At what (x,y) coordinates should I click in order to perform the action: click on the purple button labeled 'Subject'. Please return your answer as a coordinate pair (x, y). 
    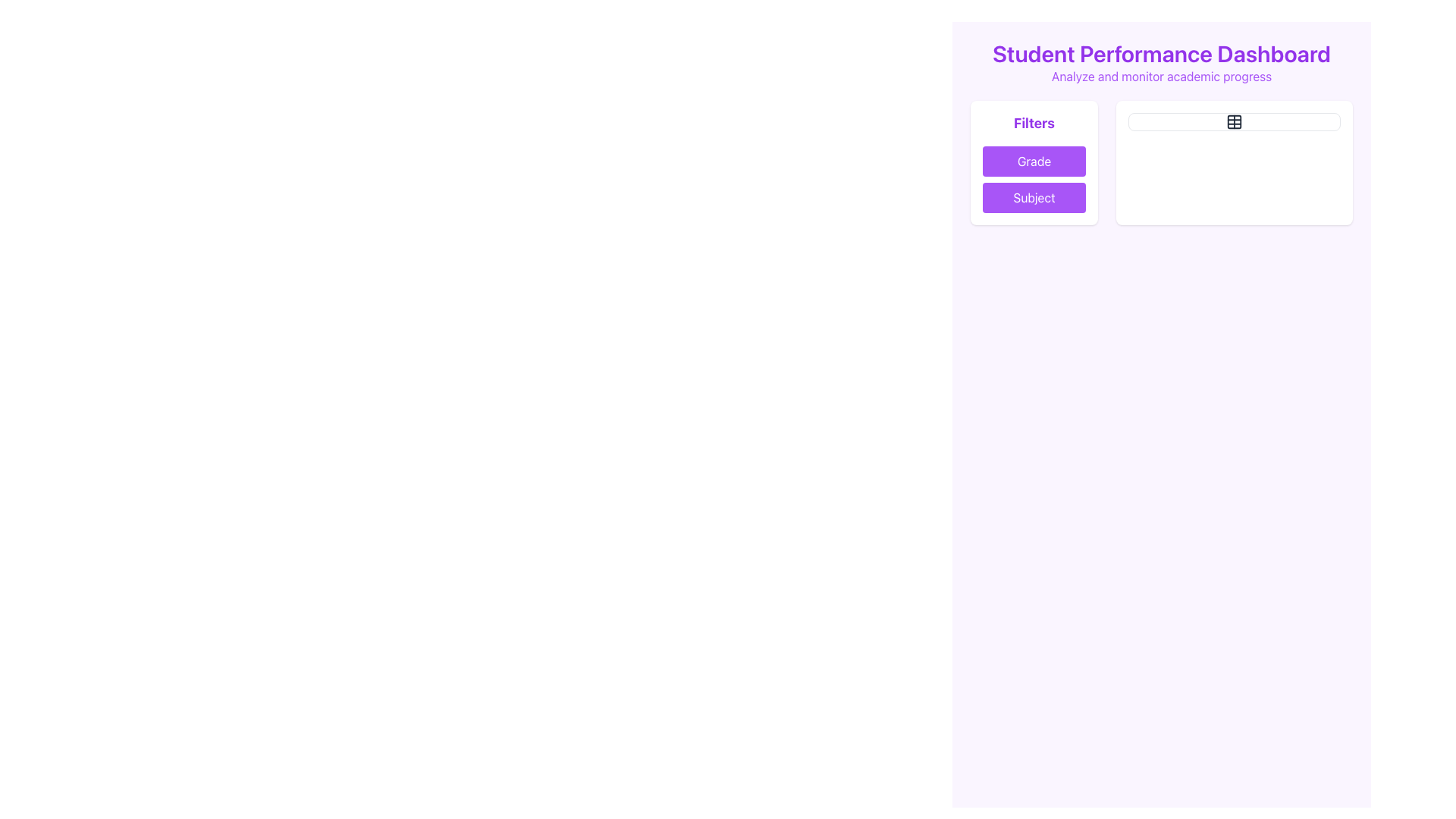
    Looking at the image, I should click on (1033, 197).